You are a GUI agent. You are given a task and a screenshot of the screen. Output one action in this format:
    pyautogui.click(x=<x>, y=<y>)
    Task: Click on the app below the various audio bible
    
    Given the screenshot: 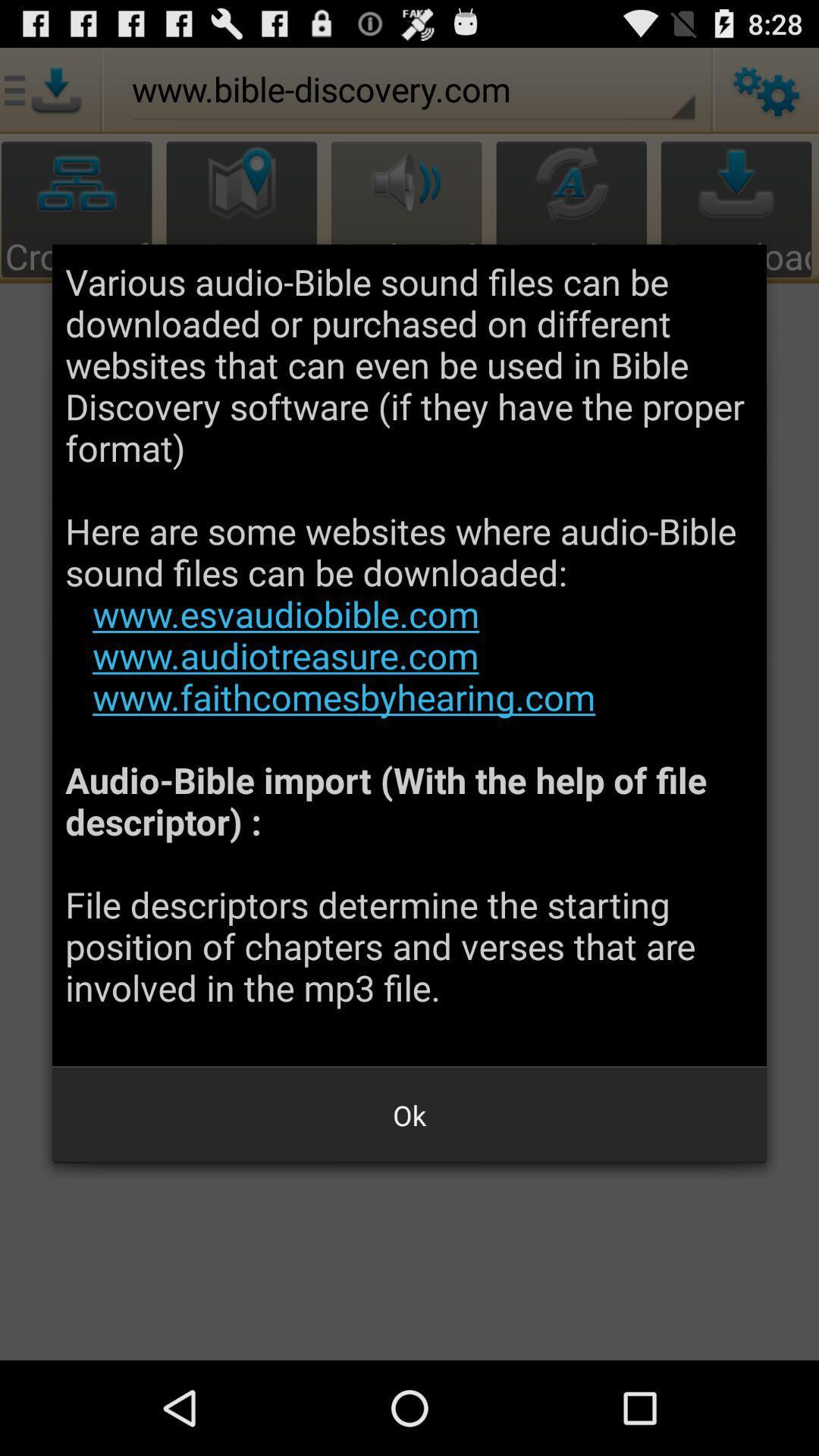 What is the action you would take?
    pyautogui.click(x=409, y=1115)
    